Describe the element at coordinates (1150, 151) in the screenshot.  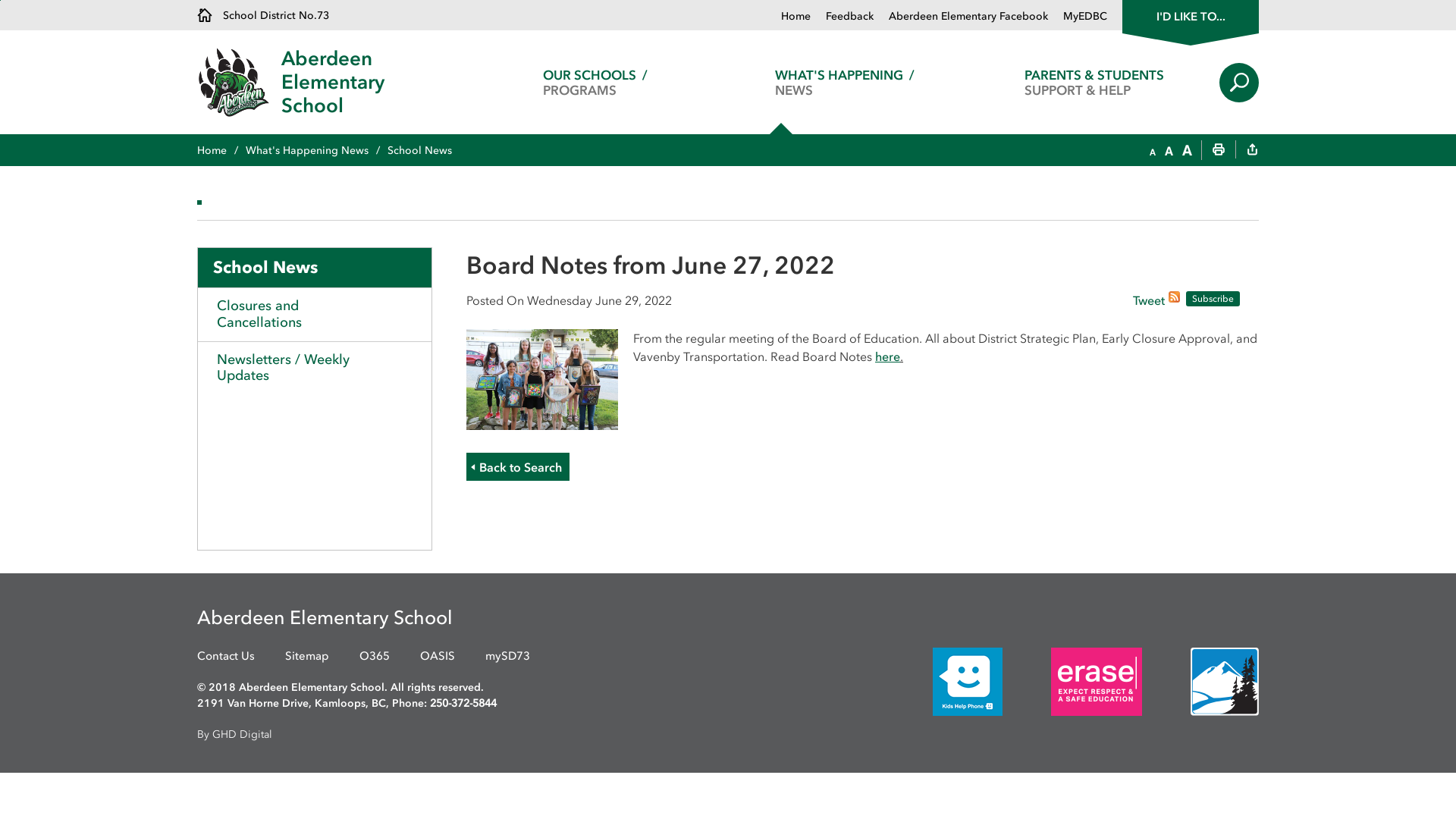
I see `'Decrease text size'` at that location.